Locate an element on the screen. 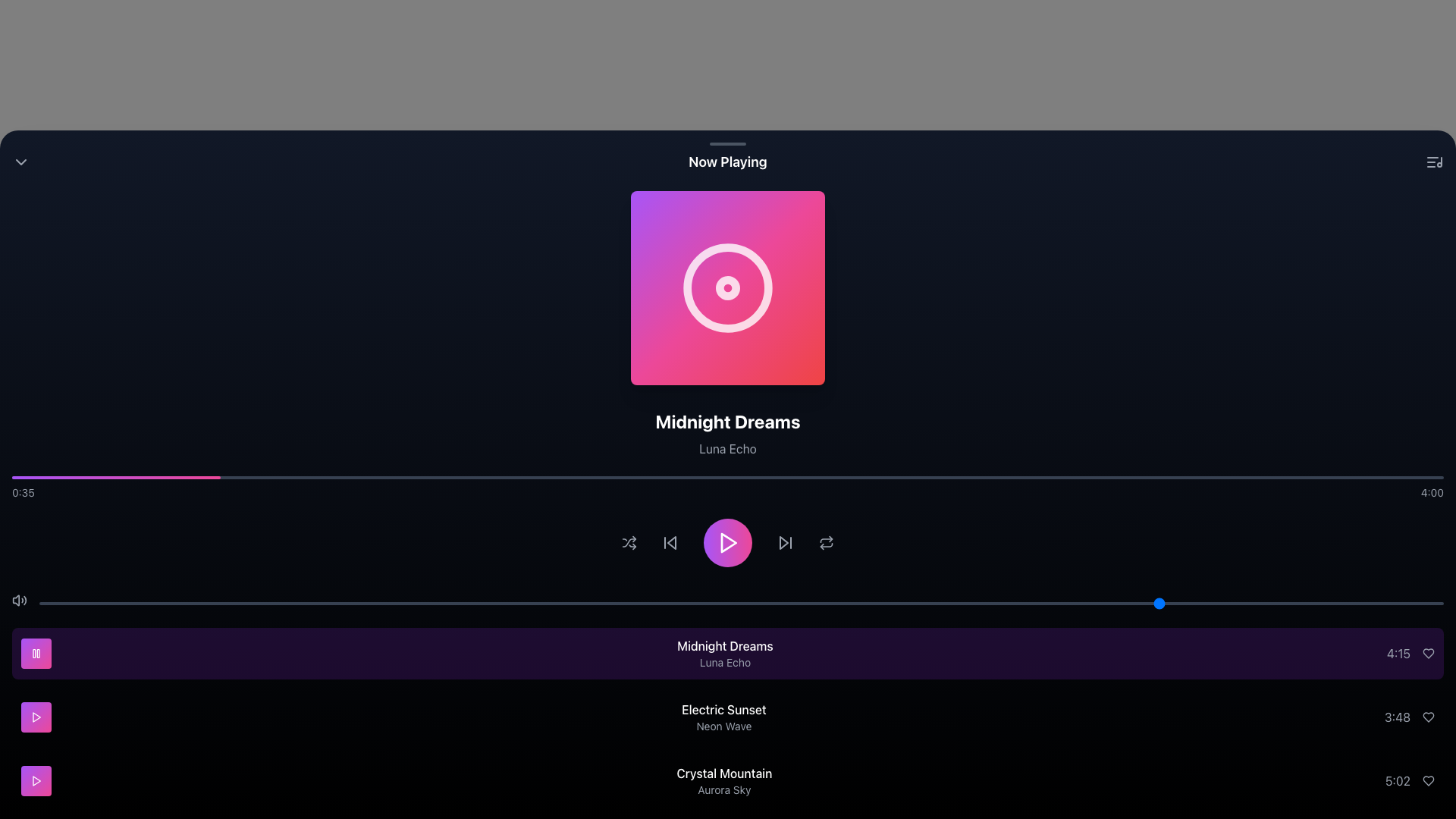  the heart-shaped button on the right side of the row displaying 'Crystal Mountain' and 'Aurora Sky' is located at coordinates (1427, 780).